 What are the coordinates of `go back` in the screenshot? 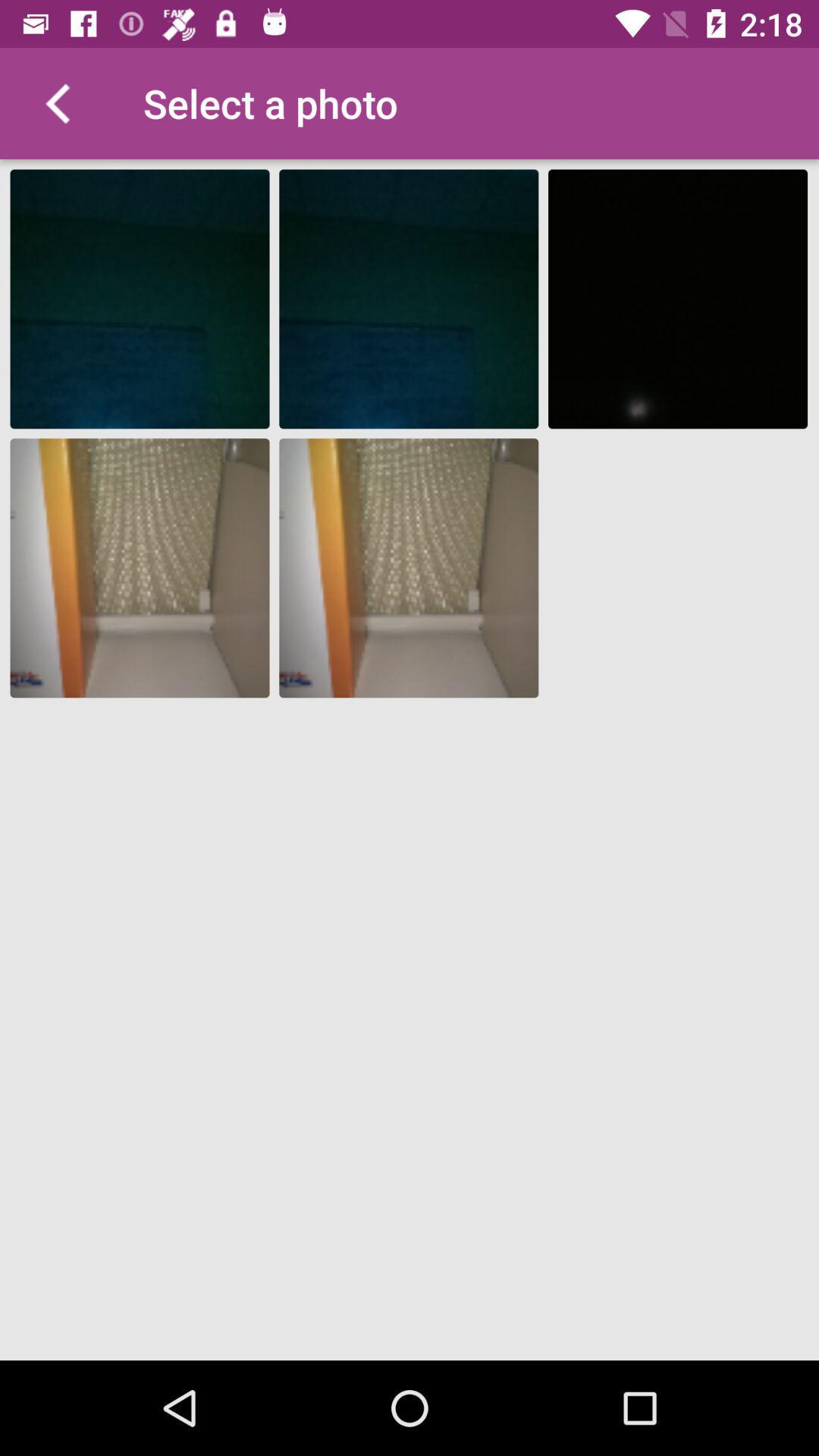 It's located at (55, 102).